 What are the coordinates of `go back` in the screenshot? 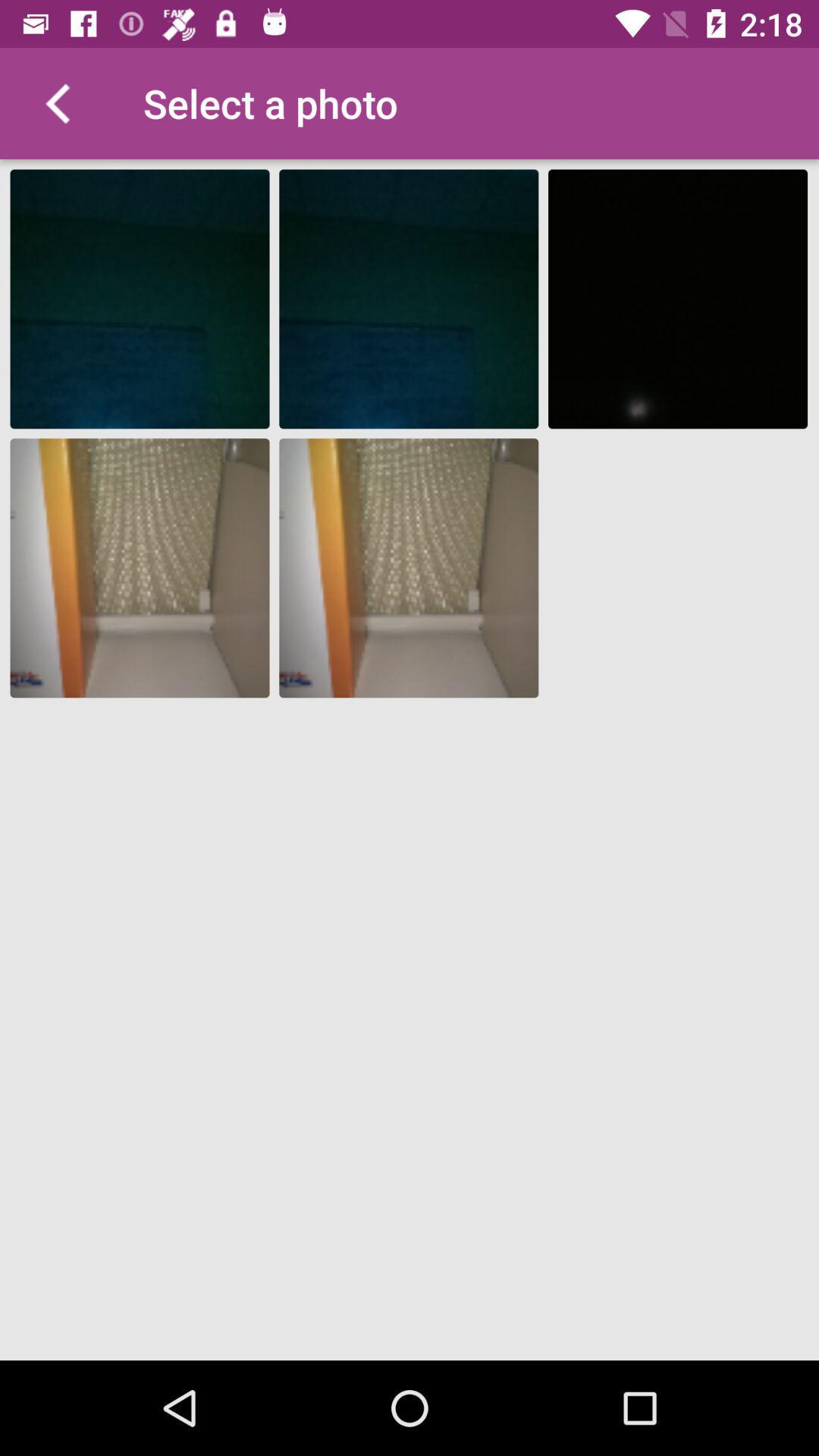 It's located at (55, 102).